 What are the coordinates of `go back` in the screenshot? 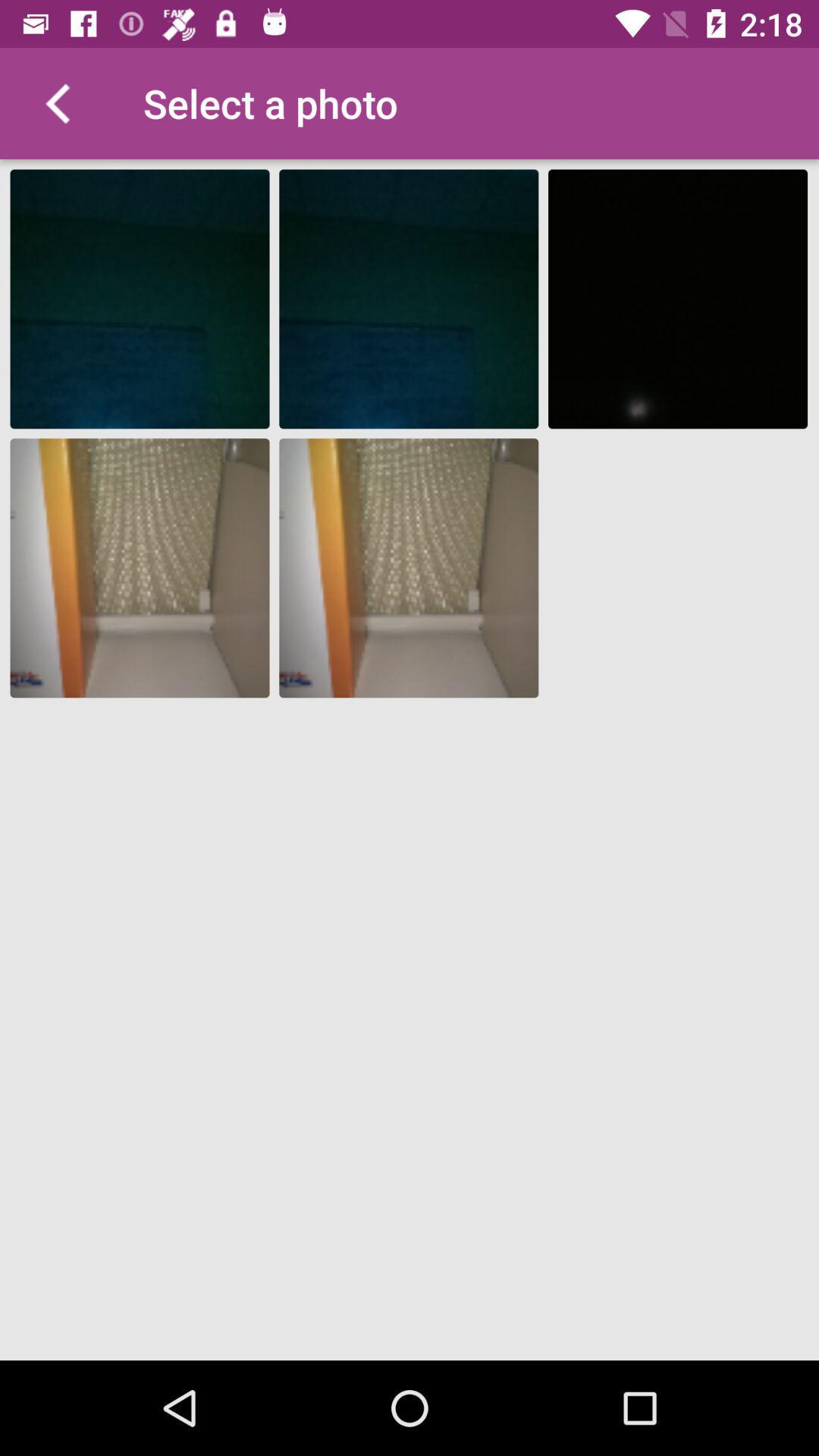 It's located at (55, 102).